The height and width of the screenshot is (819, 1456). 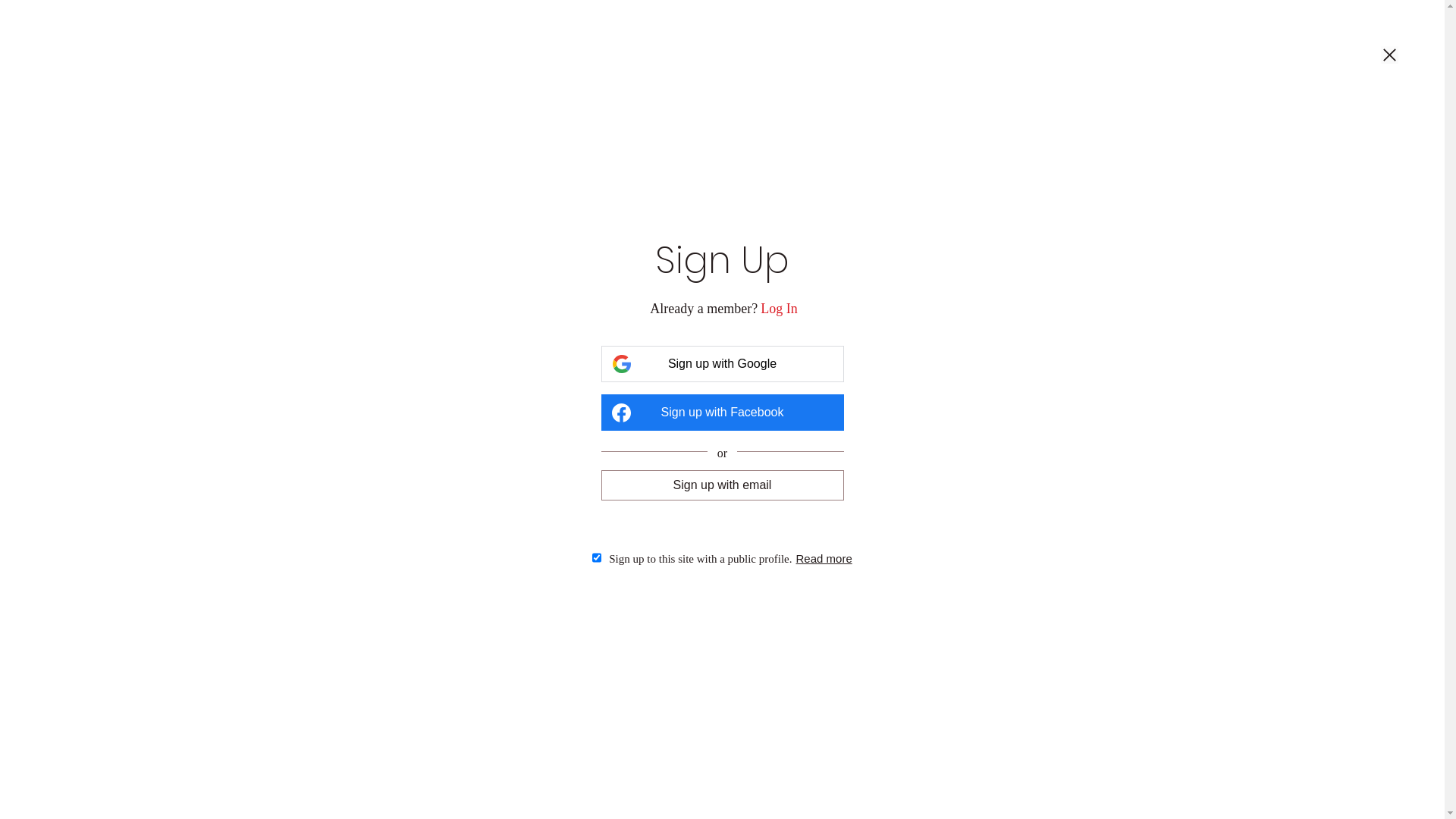 I want to click on 'Sign up with Facebook', so click(x=720, y=412).